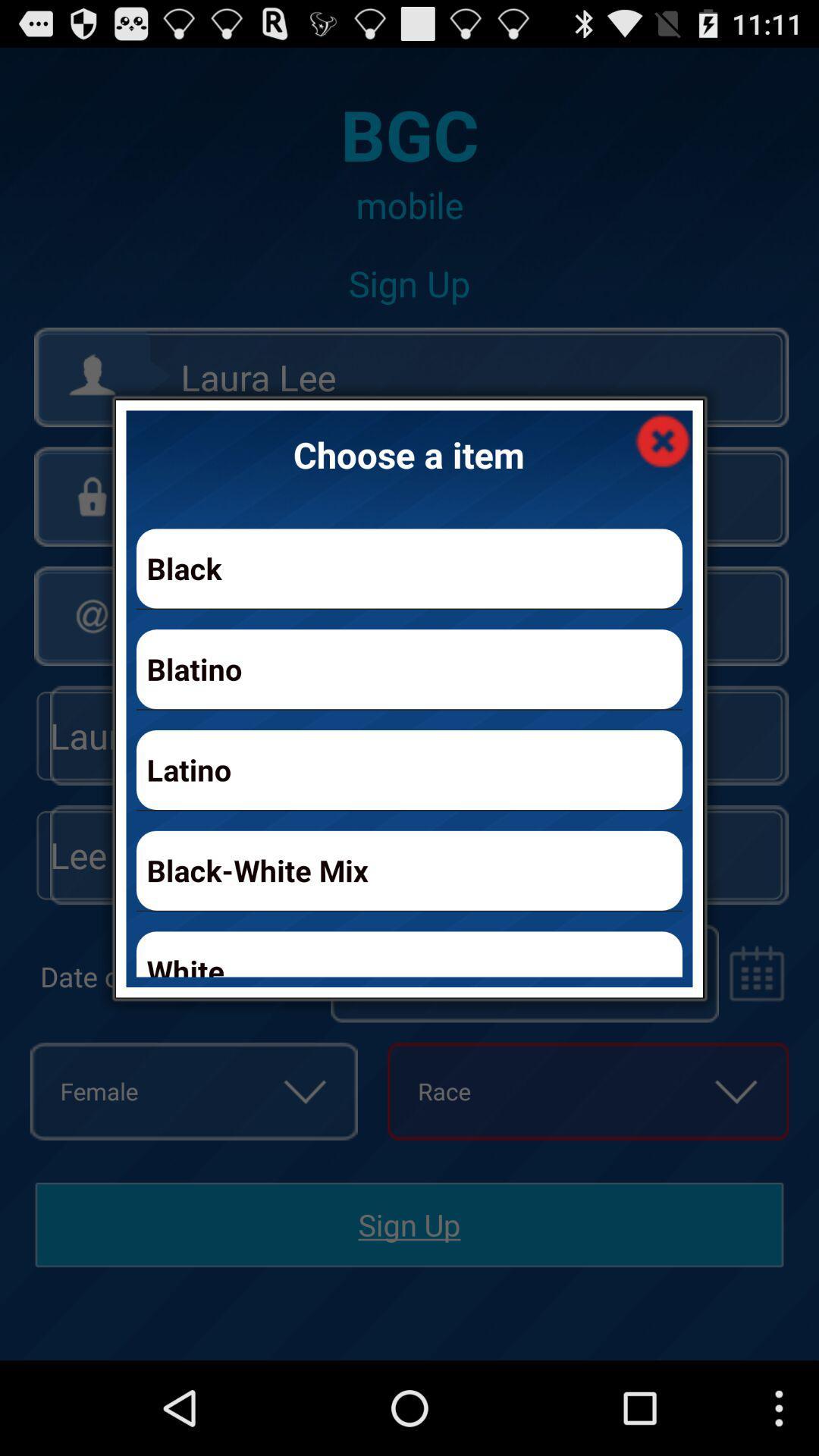 This screenshot has height=1456, width=819. I want to click on app below the black item, so click(409, 668).